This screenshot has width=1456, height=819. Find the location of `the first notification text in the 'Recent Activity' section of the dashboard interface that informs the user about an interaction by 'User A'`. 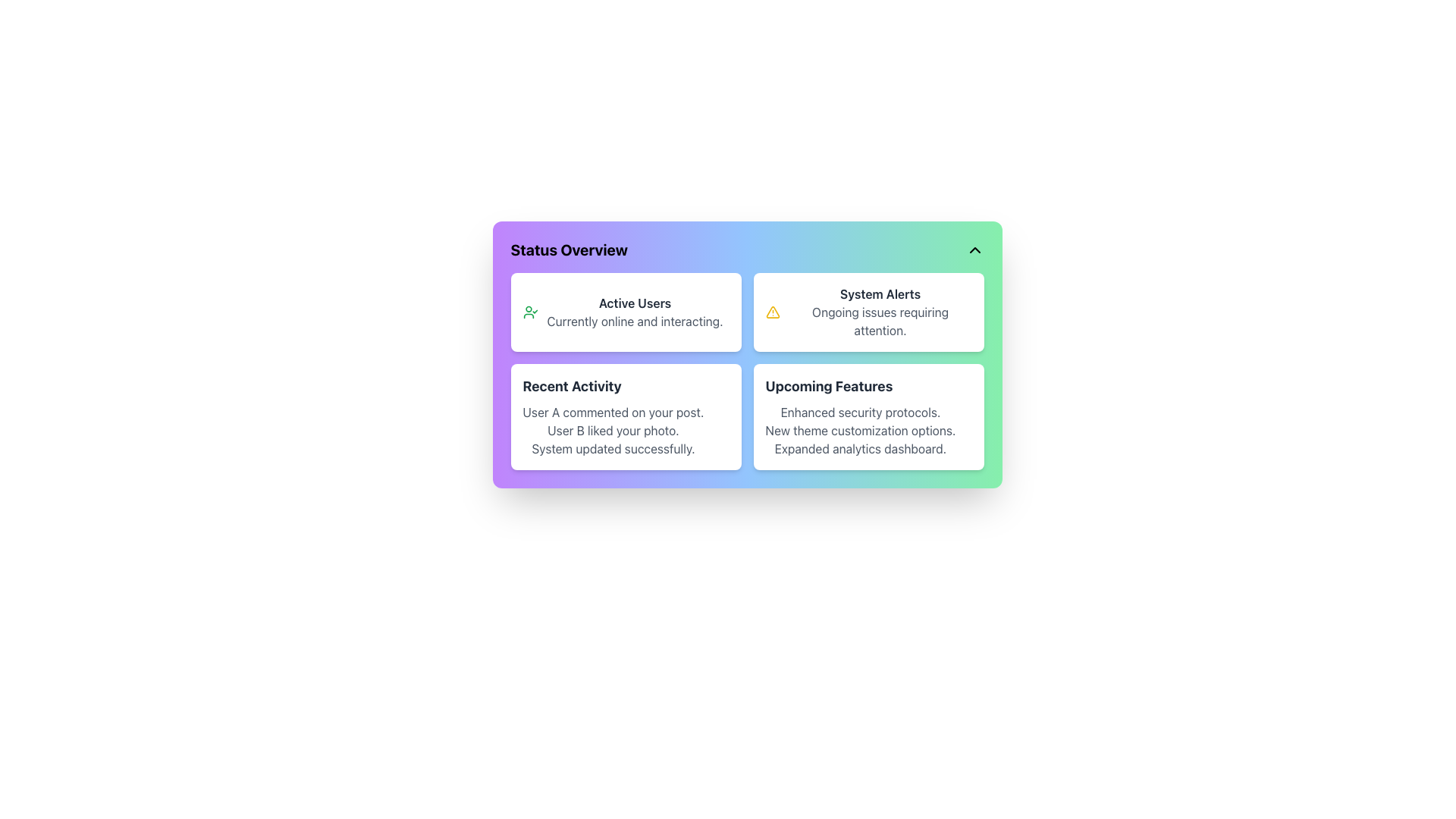

the first notification text in the 'Recent Activity' section of the dashboard interface that informs the user about an interaction by 'User A' is located at coordinates (613, 412).